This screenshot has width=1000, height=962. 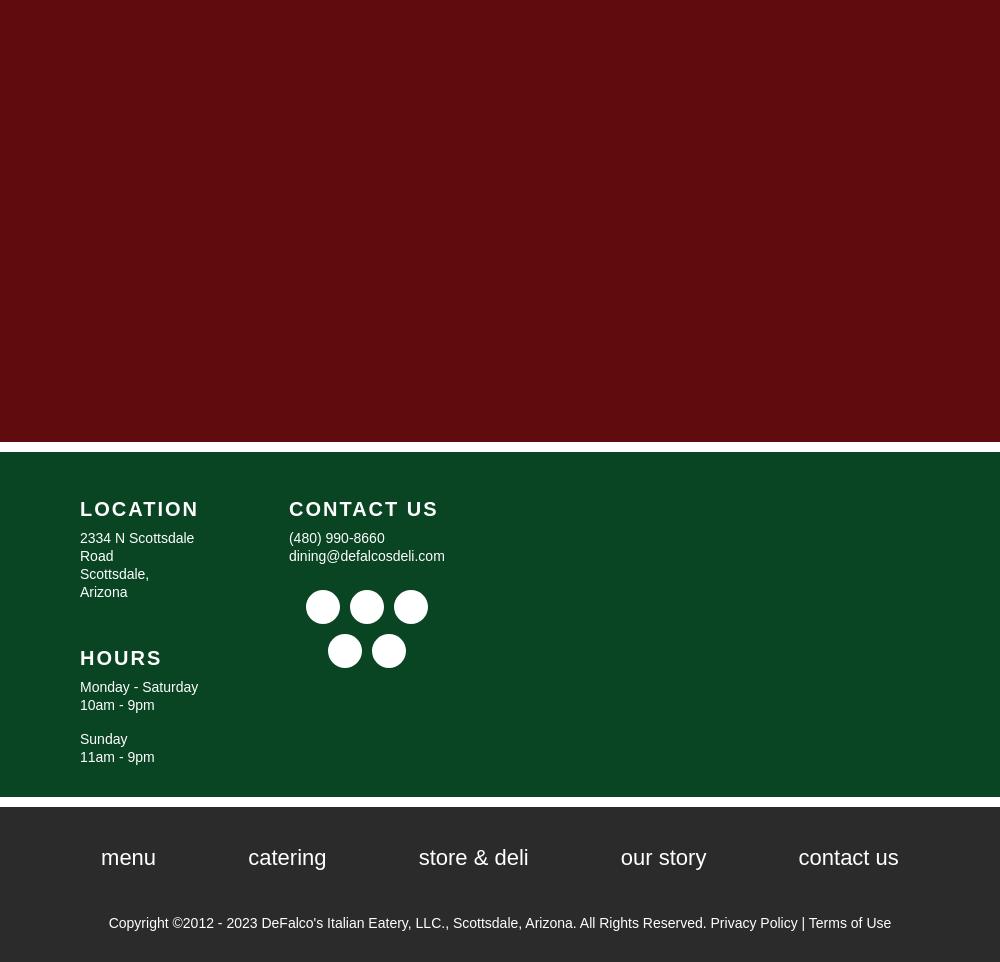 What do you see at coordinates (753, 921) in the screenshot?
I see `'Privacy Policy'` at bounding box center [753, 921].